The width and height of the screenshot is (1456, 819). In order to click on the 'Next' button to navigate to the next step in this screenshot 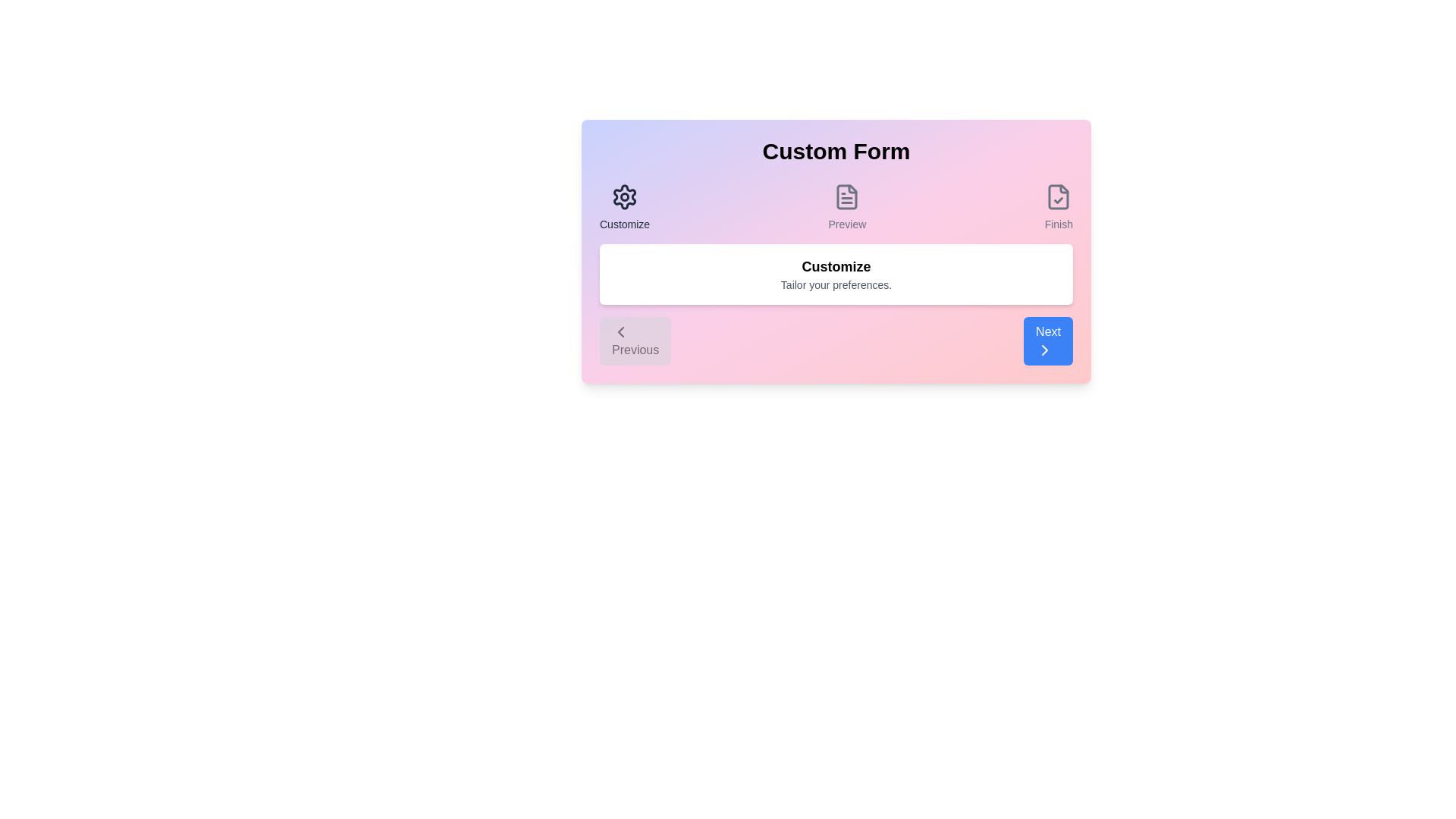, I will do `click(1047, 341)`.